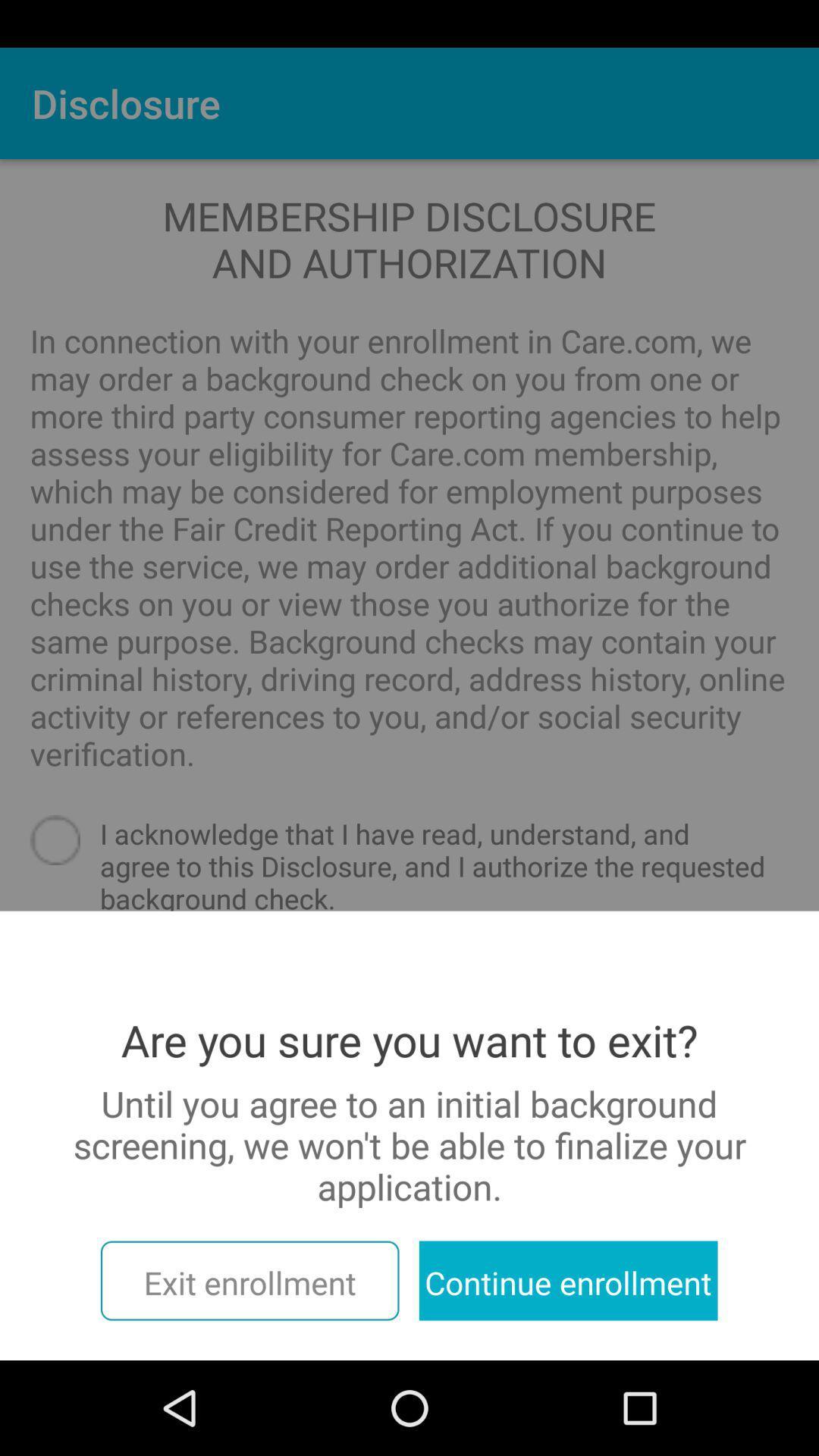 This screenshot has width=819, height=1456. What do you see at coordinates (249, 1280) in the screenshot?
I see `item at the bottom left corner` at bounding box center [249, 1280].